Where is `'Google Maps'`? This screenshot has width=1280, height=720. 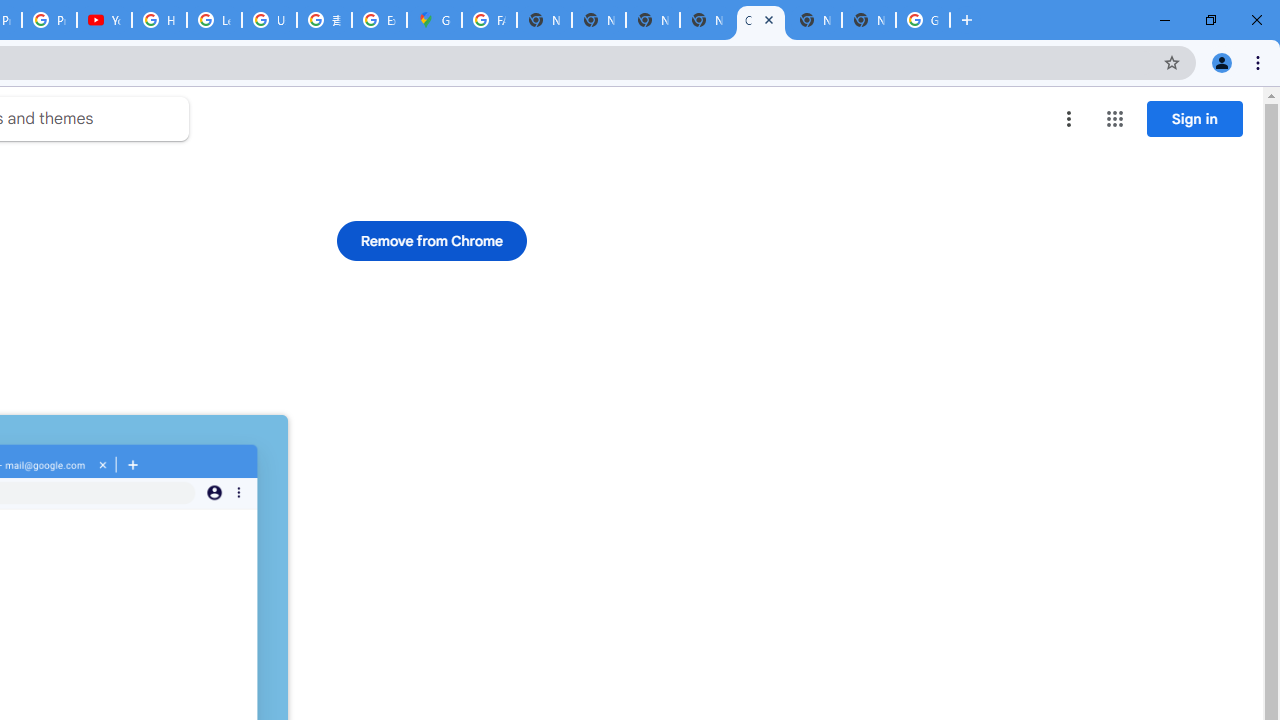
'Google Maps' is located at coordinates (433, 20).